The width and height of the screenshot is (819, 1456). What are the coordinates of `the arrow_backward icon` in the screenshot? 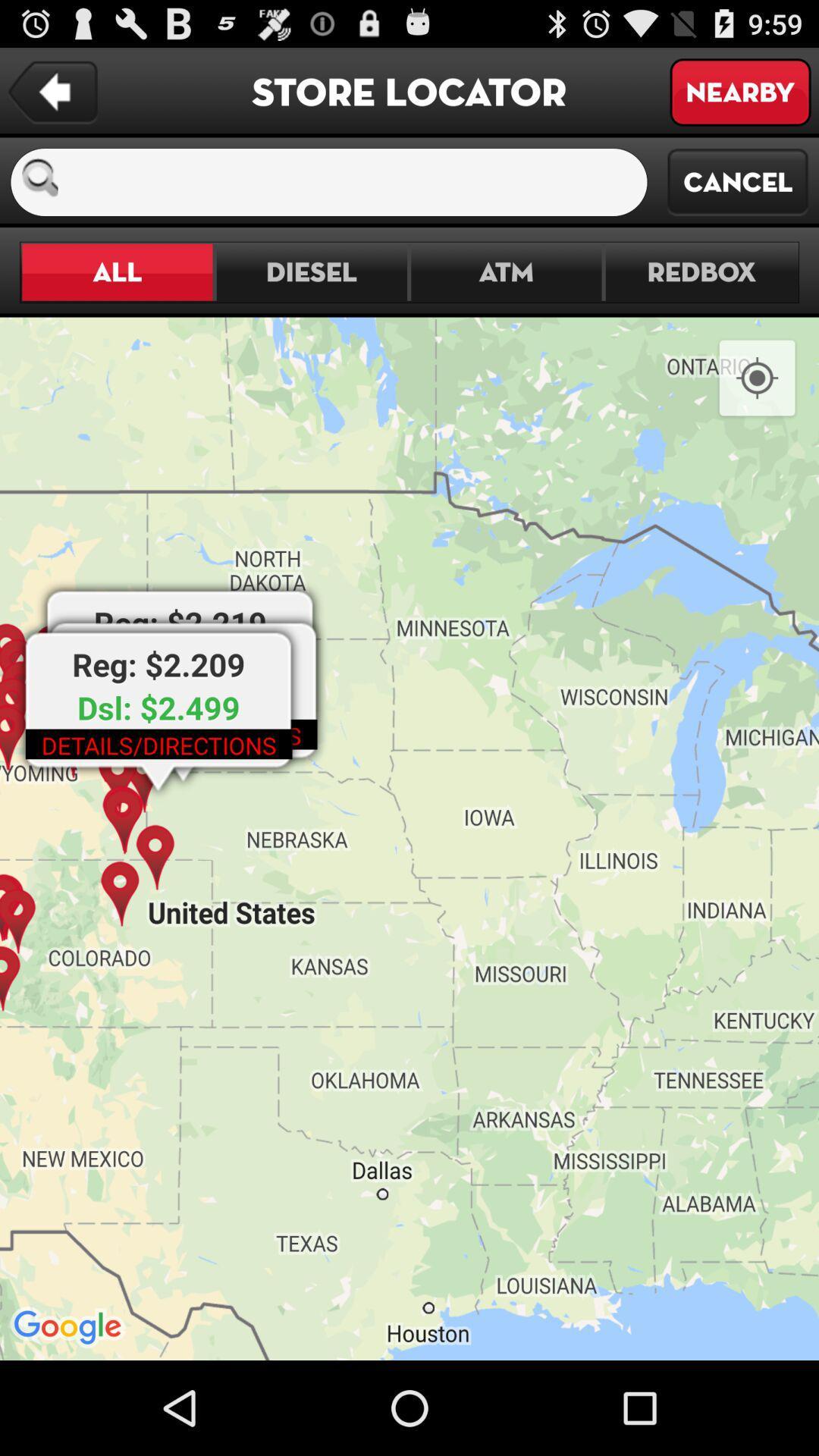 It's located at (52, 98).